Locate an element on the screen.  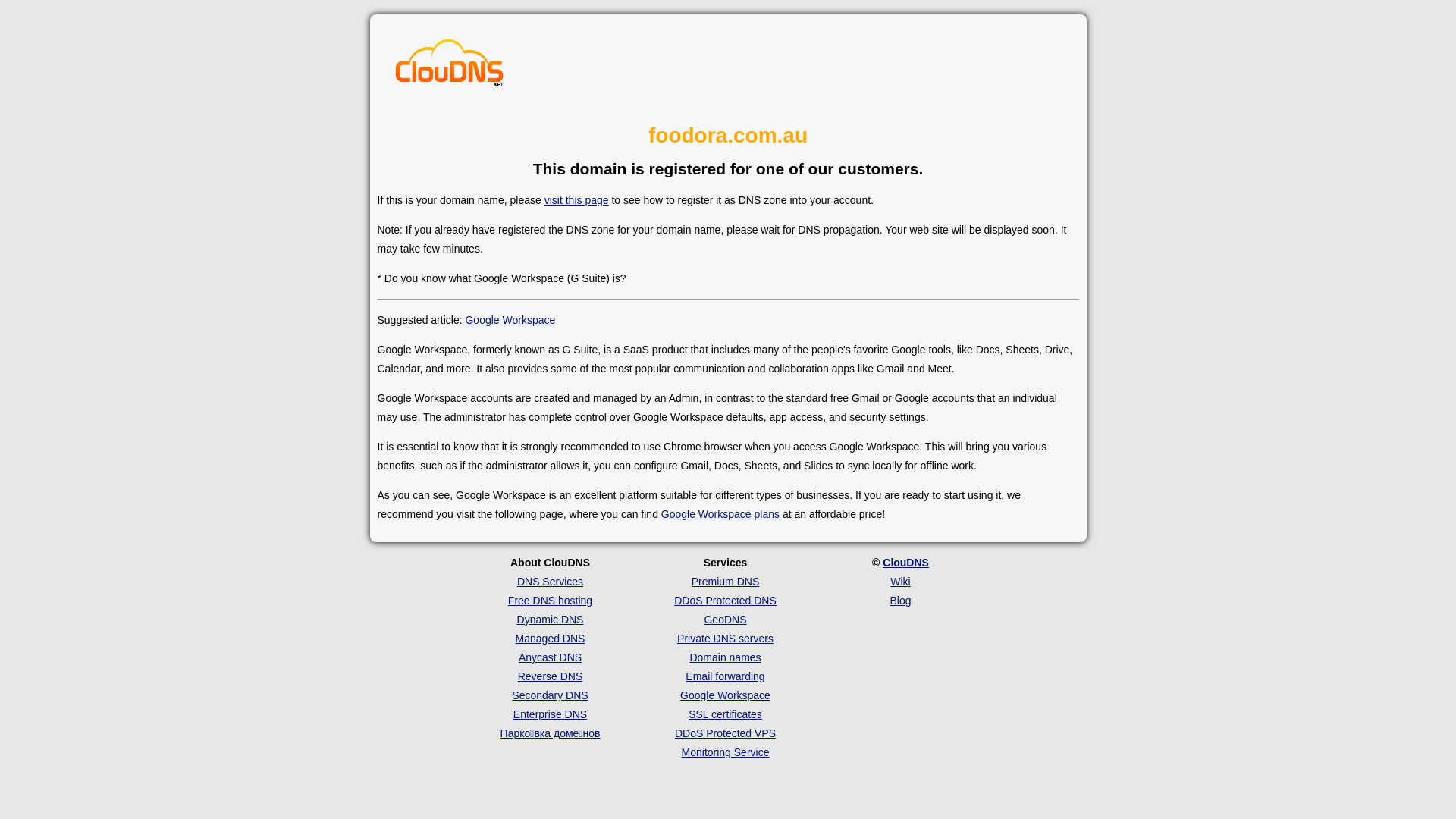
'Blog' is located at coordinates (899, 599).